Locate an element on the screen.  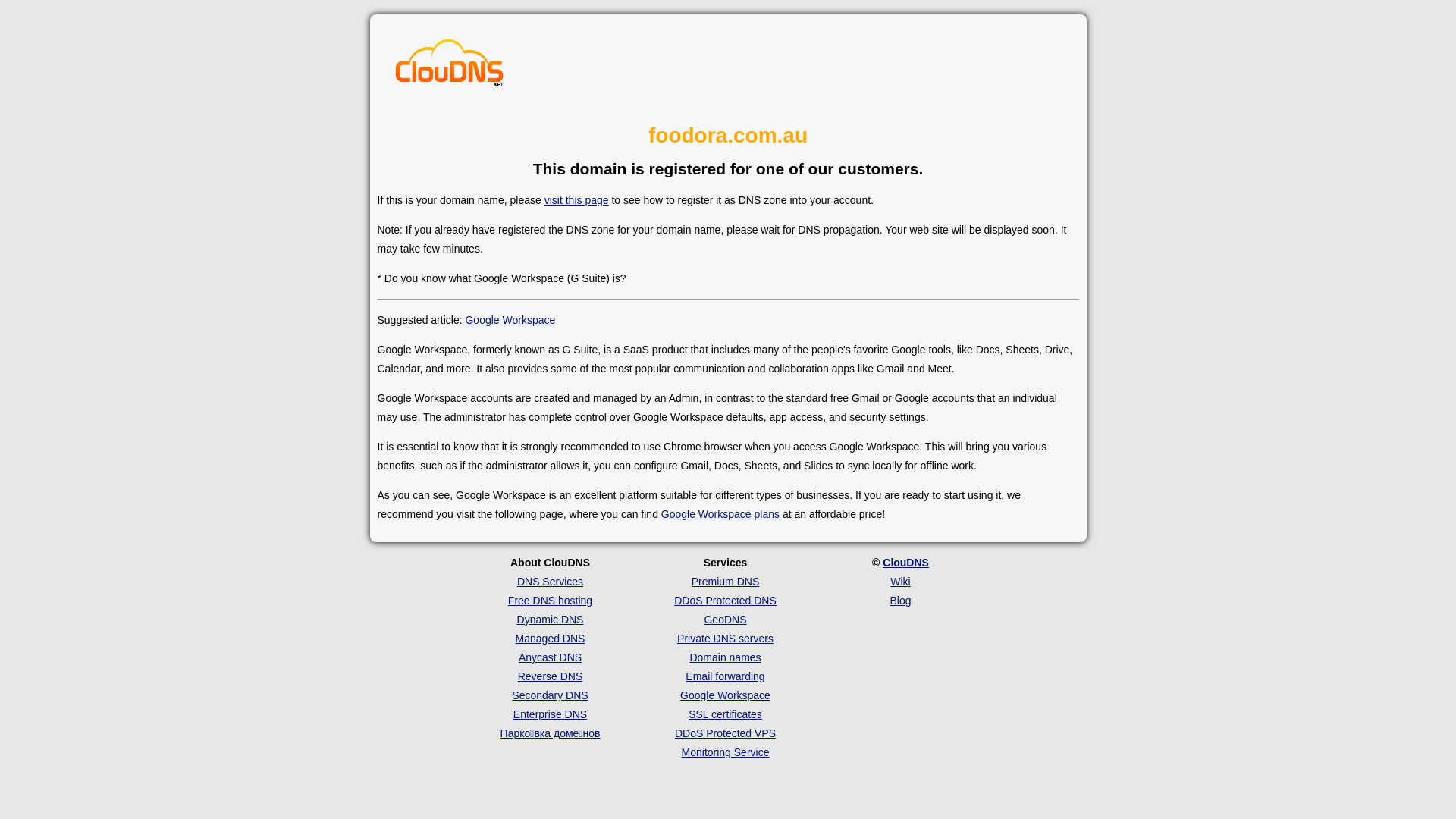
'Blog' is located at coordinates (899, 599).